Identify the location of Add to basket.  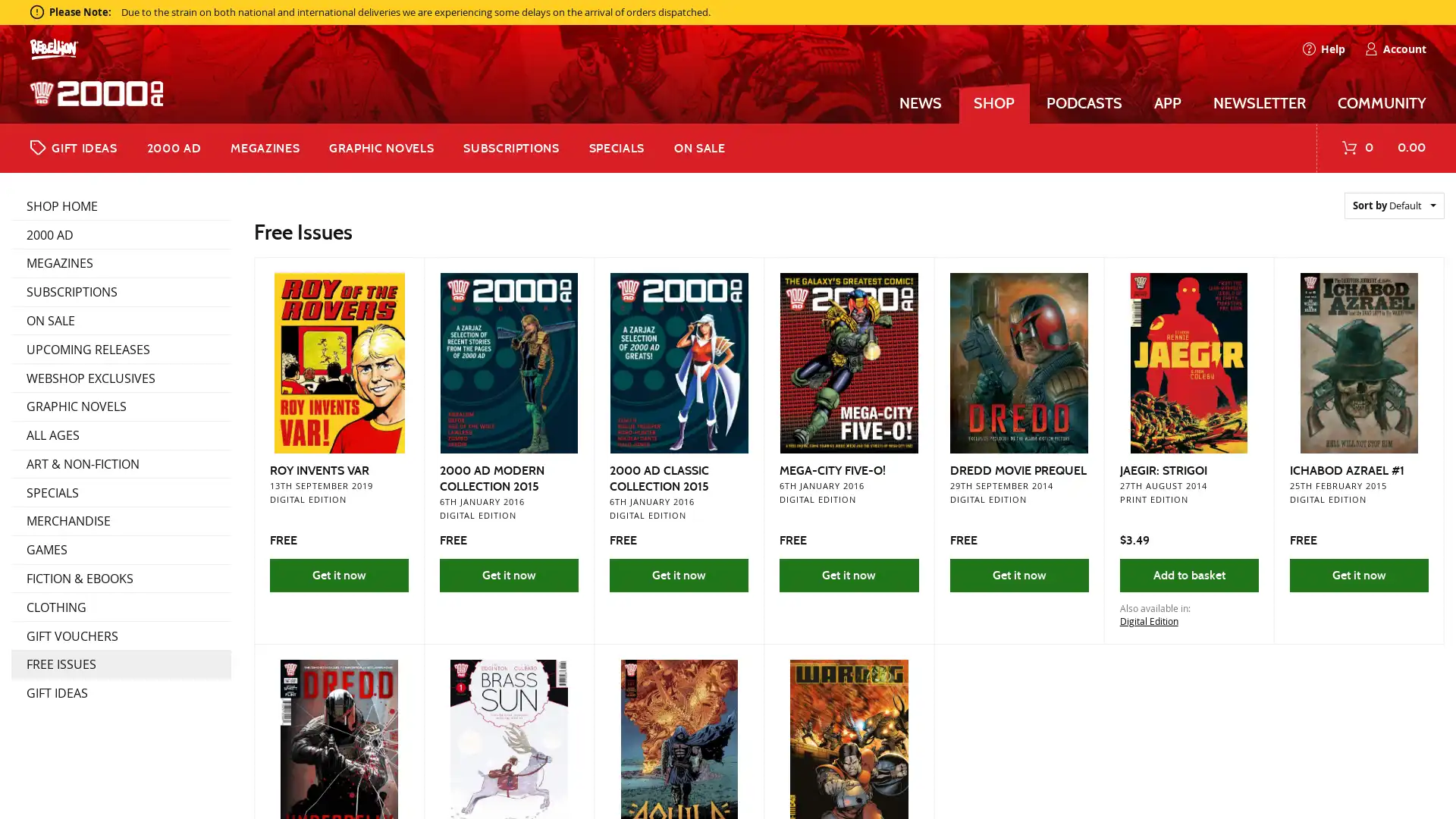
(1188, 575).